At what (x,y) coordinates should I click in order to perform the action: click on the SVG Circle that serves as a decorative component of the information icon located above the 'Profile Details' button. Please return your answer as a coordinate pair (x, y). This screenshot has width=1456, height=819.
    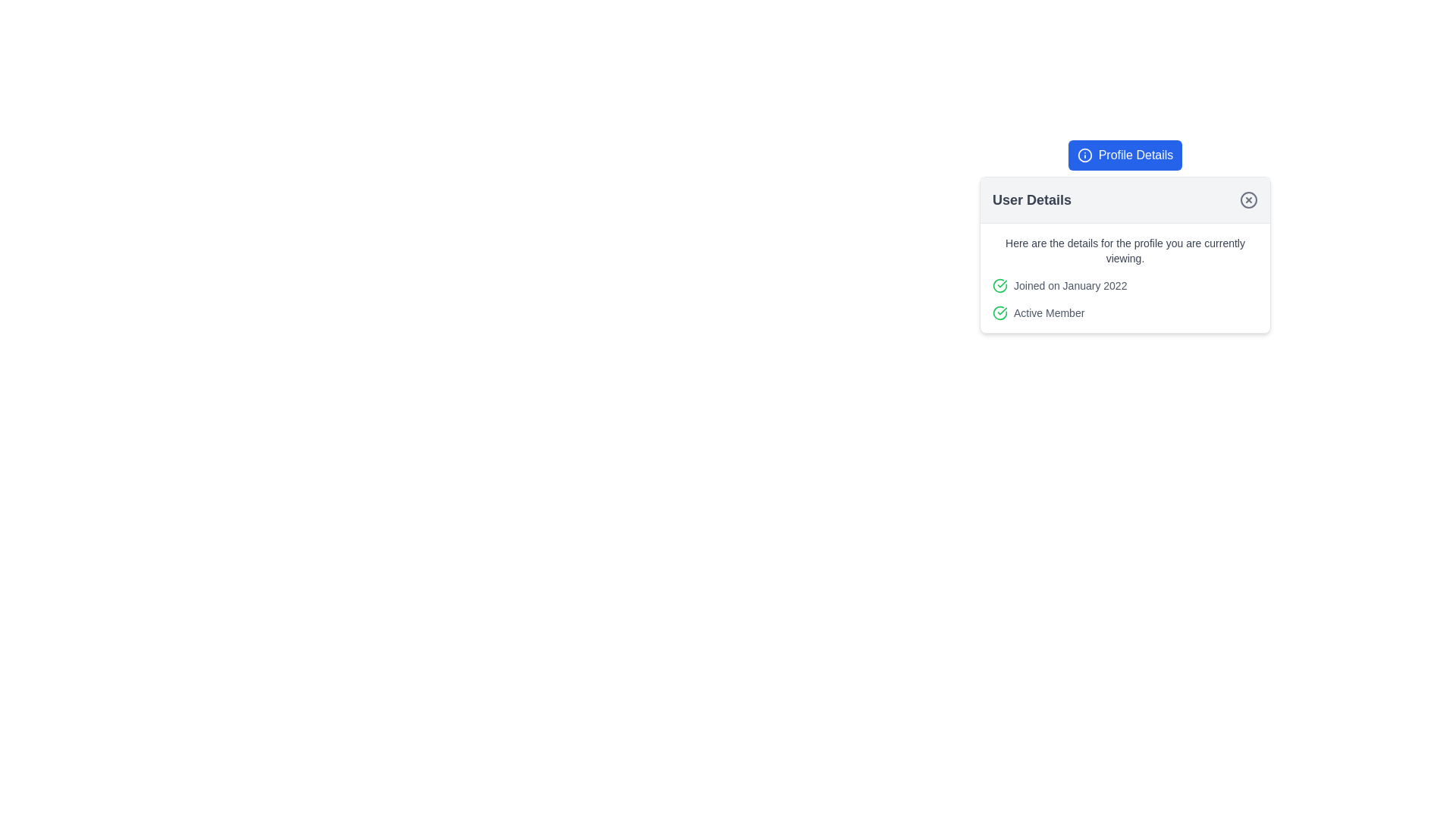
    Looking at the image, I should click on (1084, 155).